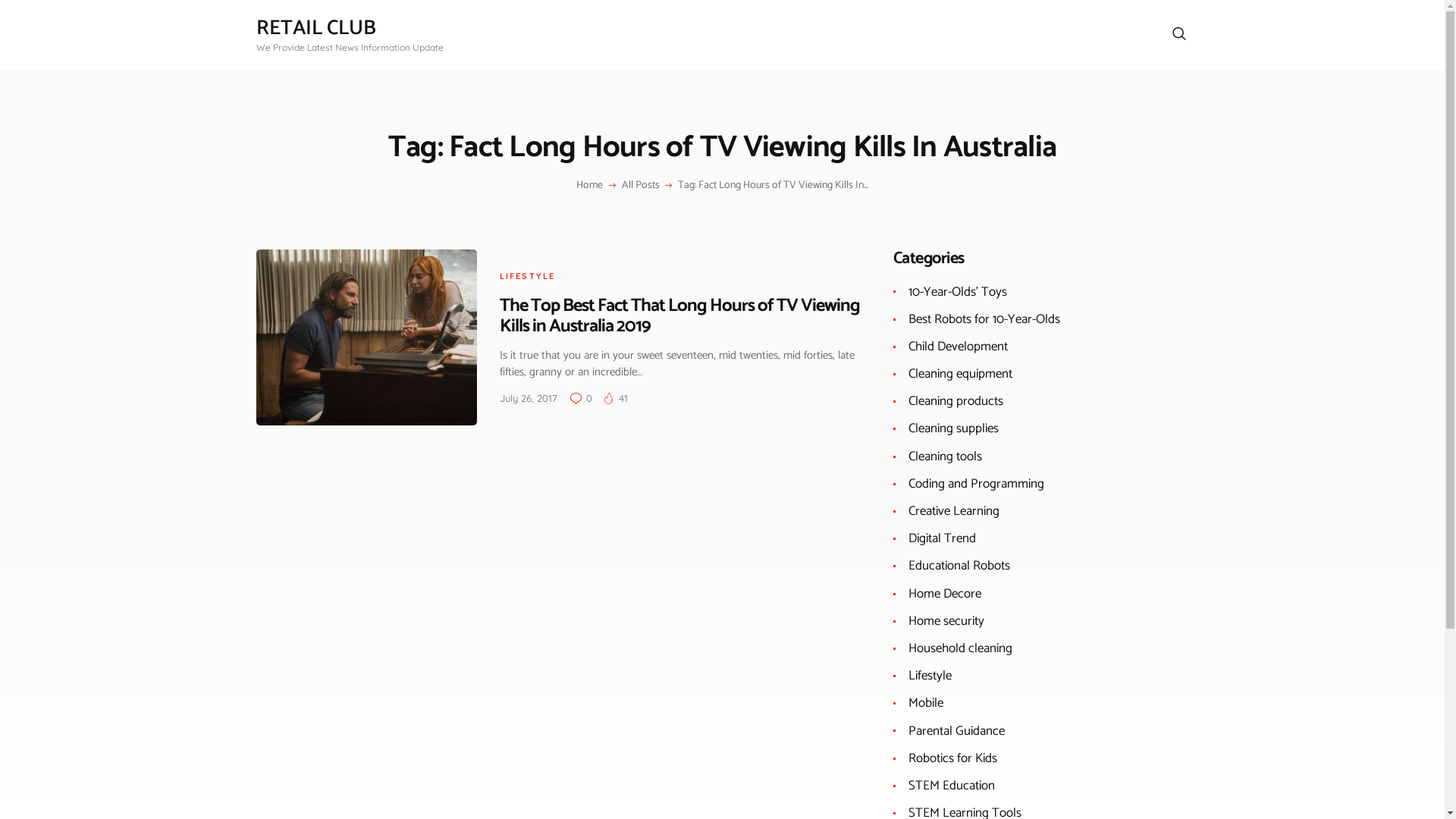 This screenshot has height=819, width=1456. Describe the element at coordinates (984, 318) in the screenshot. I see `'Best Robots for 10-Year-Olds'` at that location.